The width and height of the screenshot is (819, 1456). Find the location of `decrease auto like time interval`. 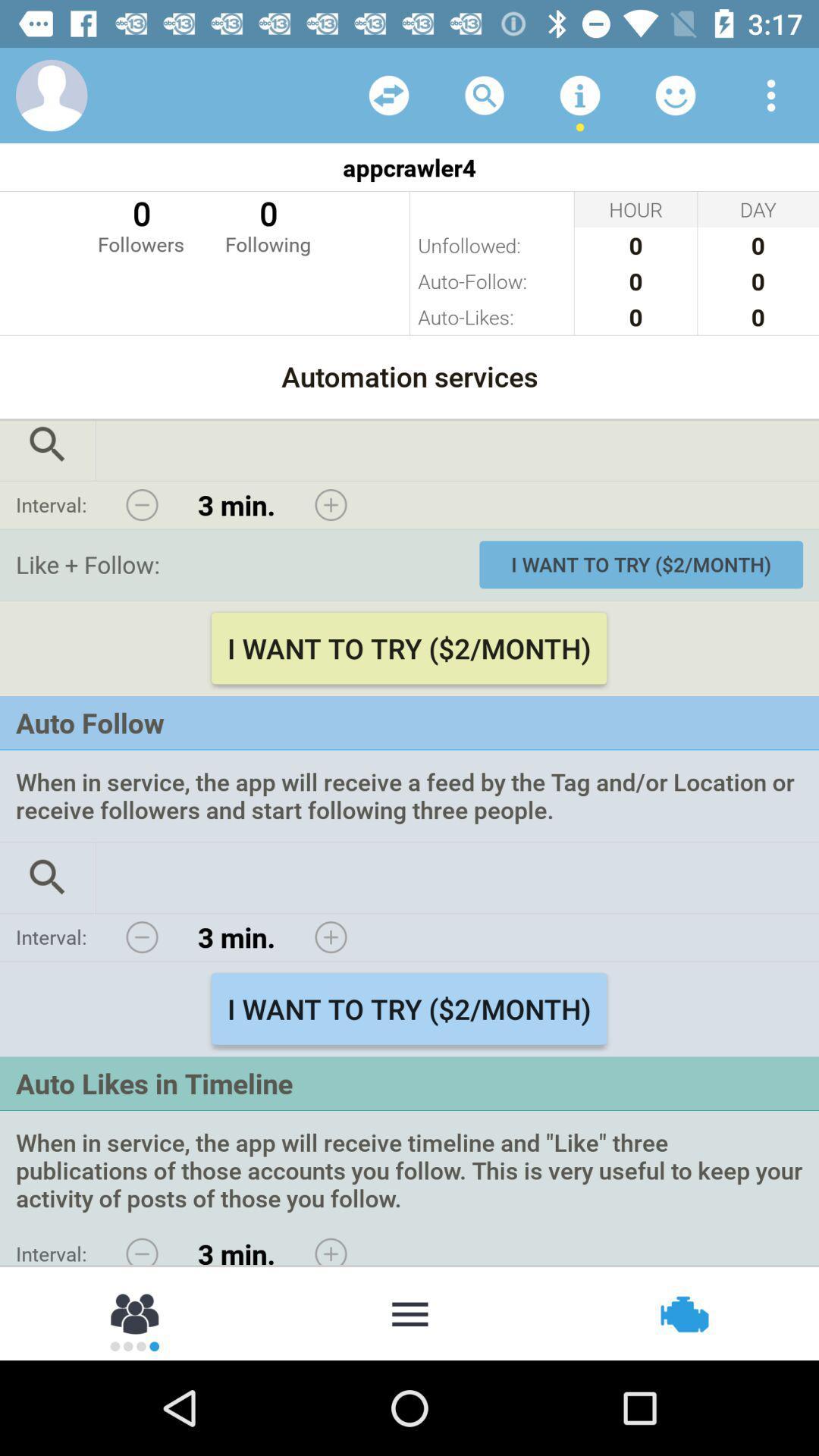

decrease auto like time interval is located at coordinates (142, 1247).